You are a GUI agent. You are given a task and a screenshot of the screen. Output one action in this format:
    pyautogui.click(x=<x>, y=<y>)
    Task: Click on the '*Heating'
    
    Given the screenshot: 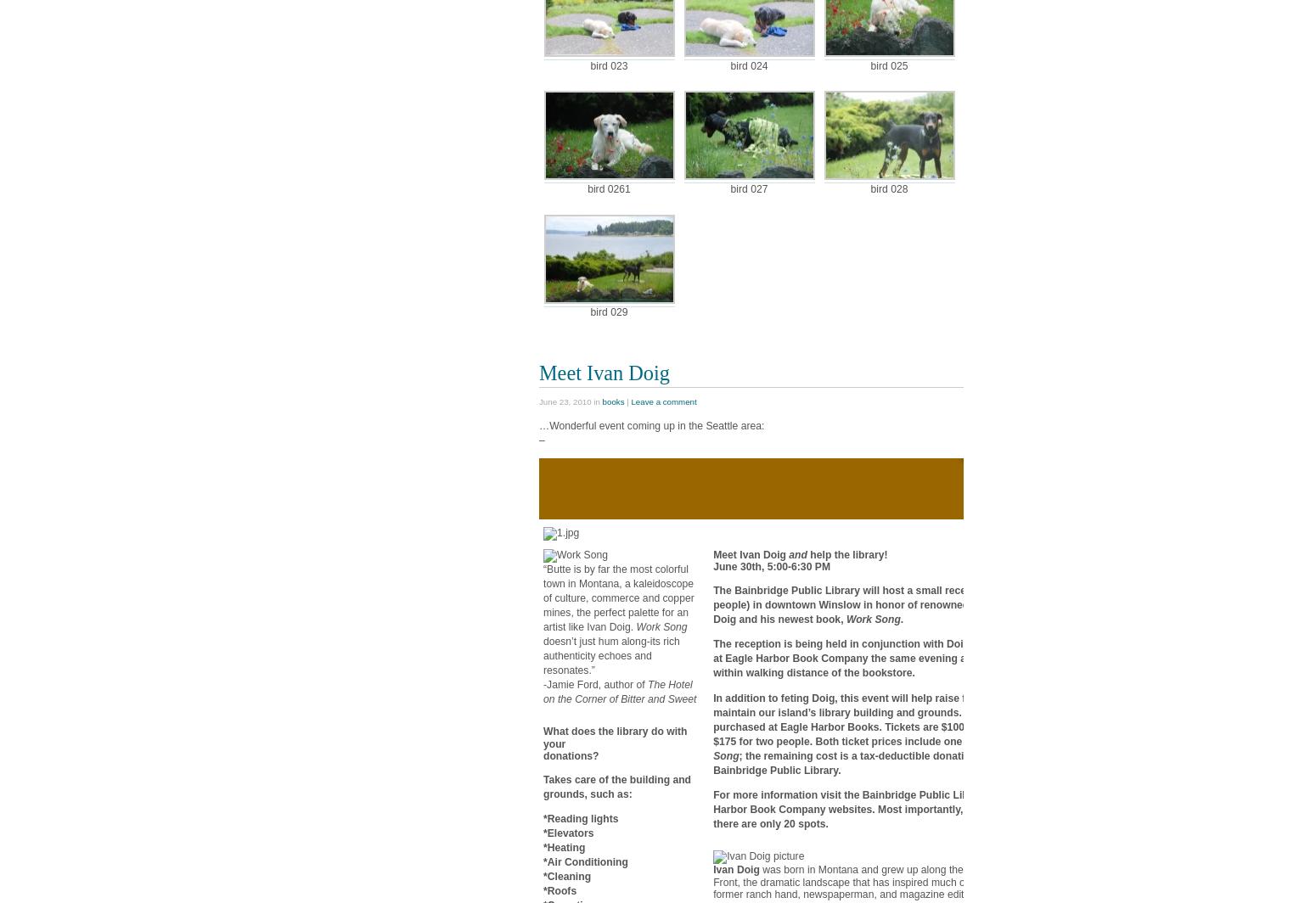 What is the action you would take?
    pyautogui.click(x=563, y=847)
    